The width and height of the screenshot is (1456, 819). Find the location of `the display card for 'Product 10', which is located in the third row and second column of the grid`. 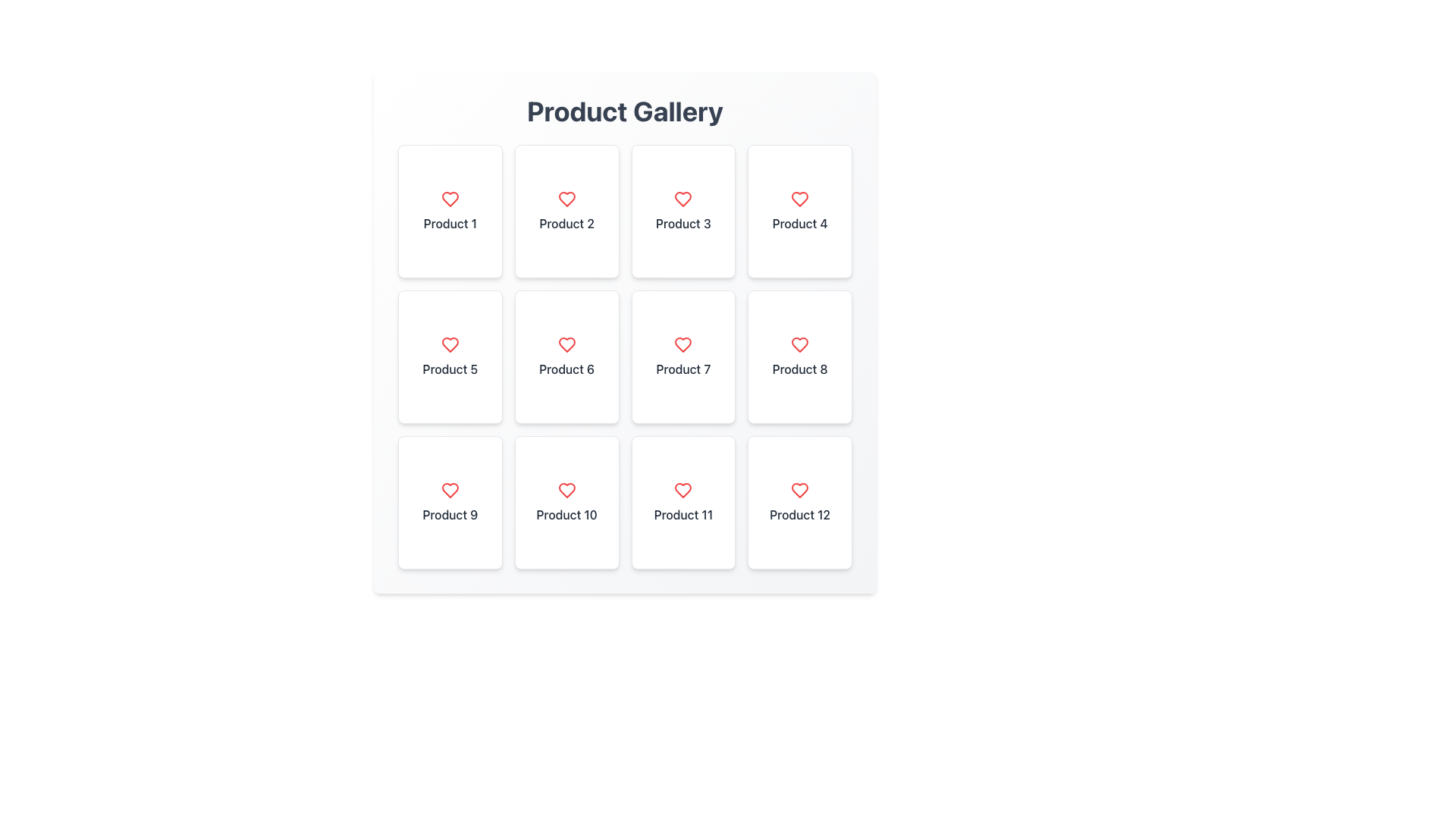

the display card for 'Product 10', which is located in the third row and second column of the grid is located at coordinates (566, 503).